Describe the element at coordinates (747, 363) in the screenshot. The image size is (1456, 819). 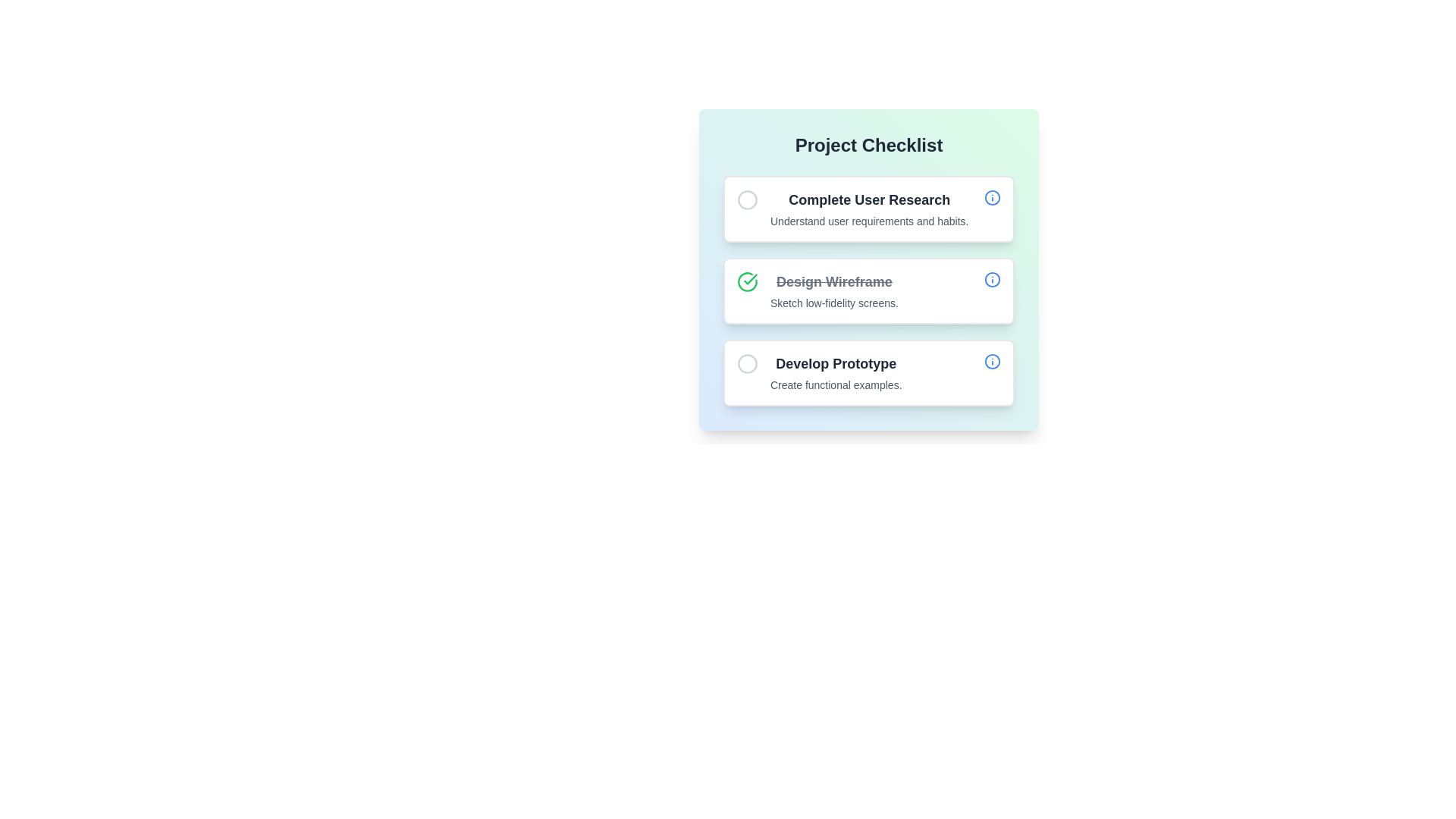
I see `the visual changes of the circle indicator located to the left of the 'Develop Prototype' item in the vertical list` at that location.